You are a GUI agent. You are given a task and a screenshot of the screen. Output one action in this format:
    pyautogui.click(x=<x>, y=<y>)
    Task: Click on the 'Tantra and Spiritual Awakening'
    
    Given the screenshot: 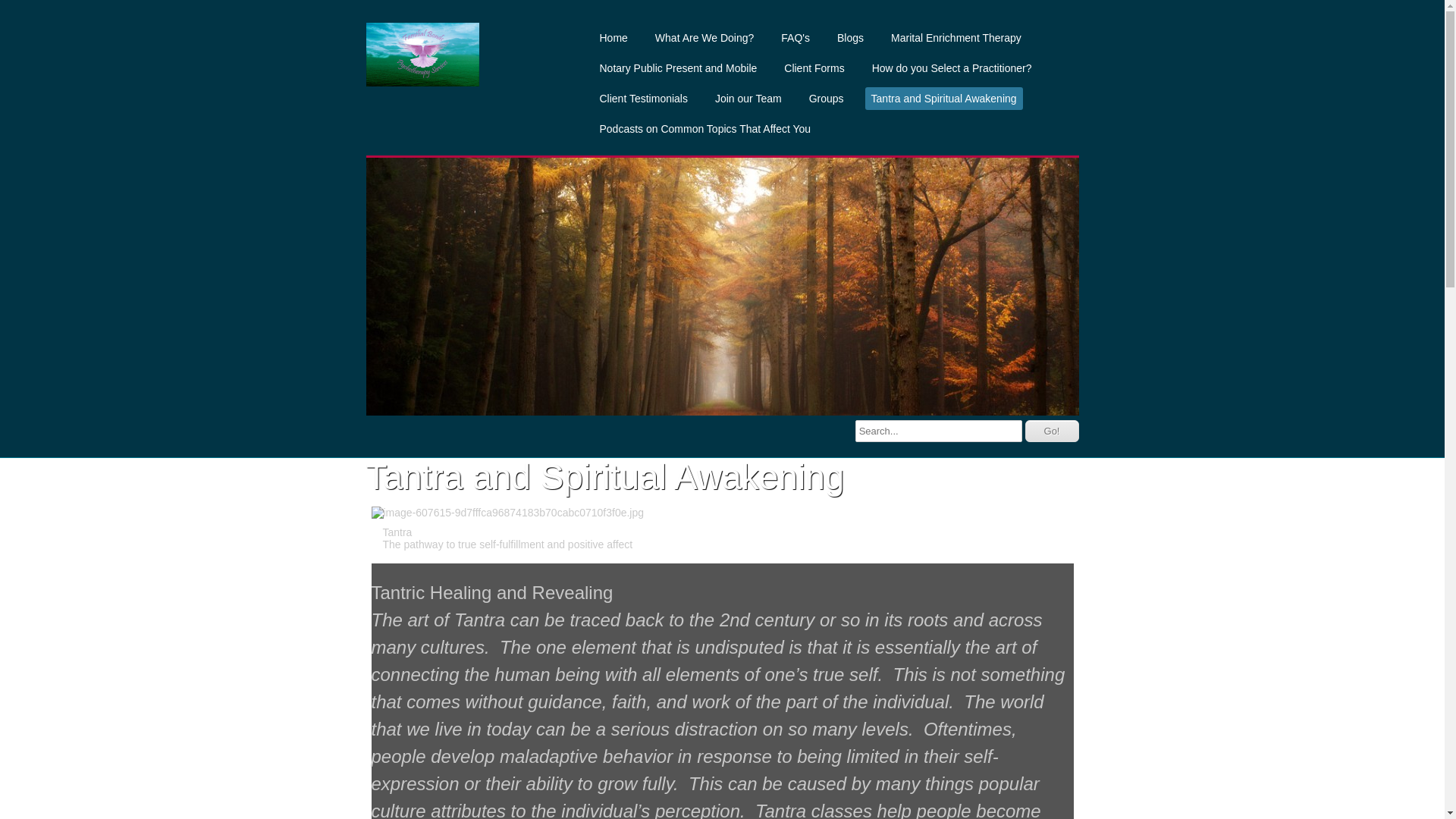 What is the action you would take?
    pyautogui.click(x=865, y=99)
    